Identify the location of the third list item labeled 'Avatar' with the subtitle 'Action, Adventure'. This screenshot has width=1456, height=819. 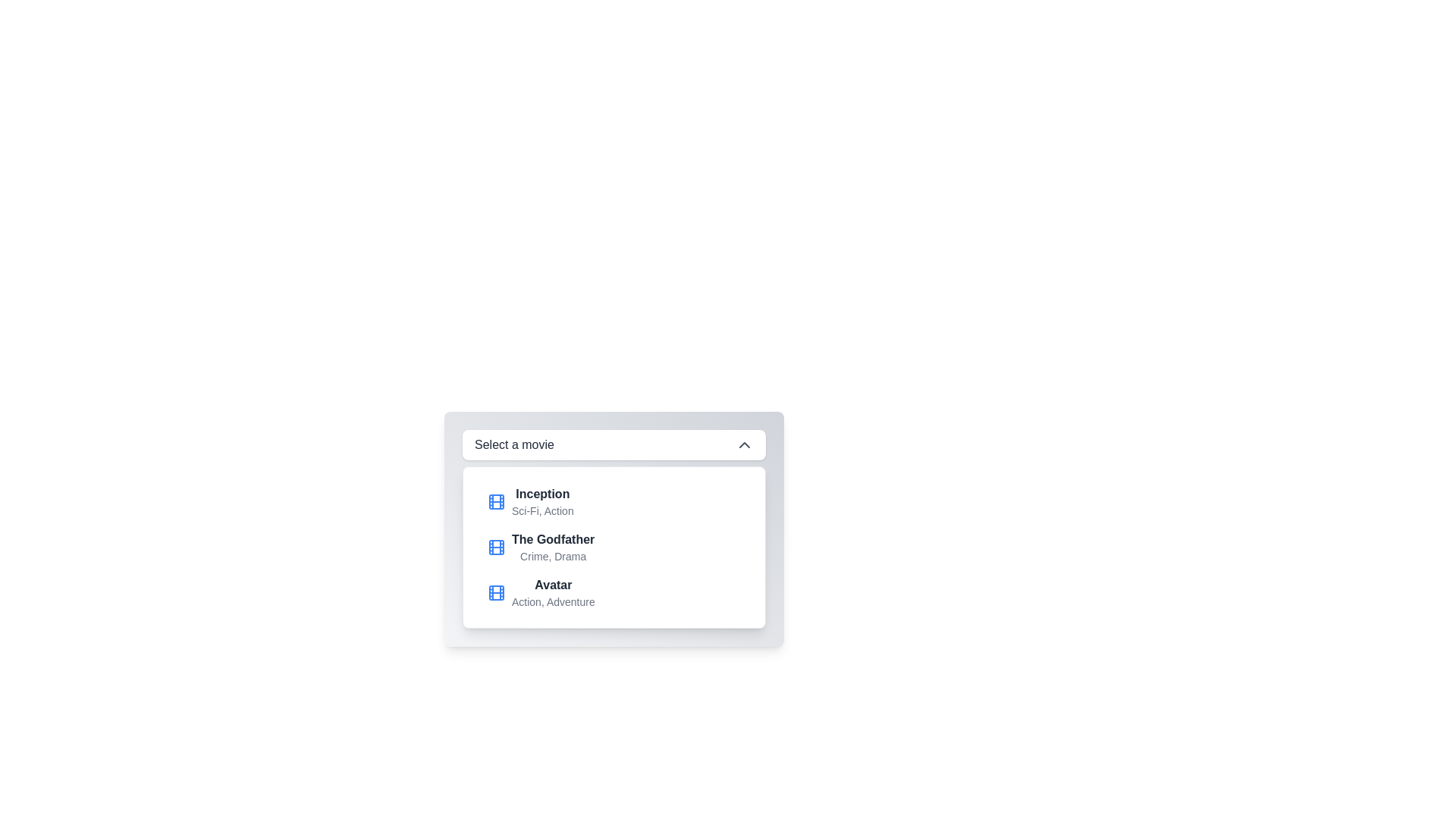
(552, 592).